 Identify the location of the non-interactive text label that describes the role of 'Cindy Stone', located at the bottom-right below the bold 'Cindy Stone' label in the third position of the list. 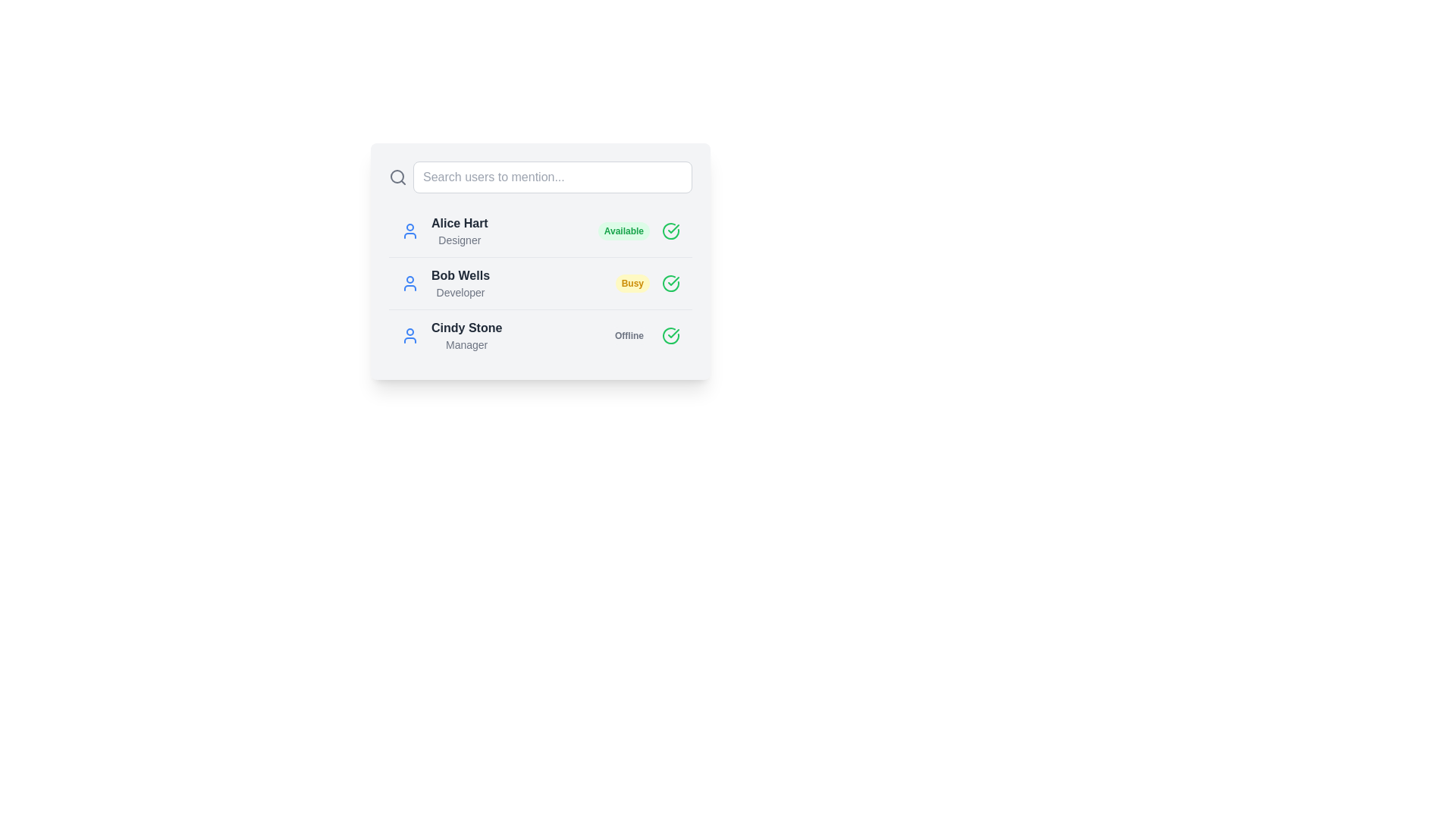
(466, 345).